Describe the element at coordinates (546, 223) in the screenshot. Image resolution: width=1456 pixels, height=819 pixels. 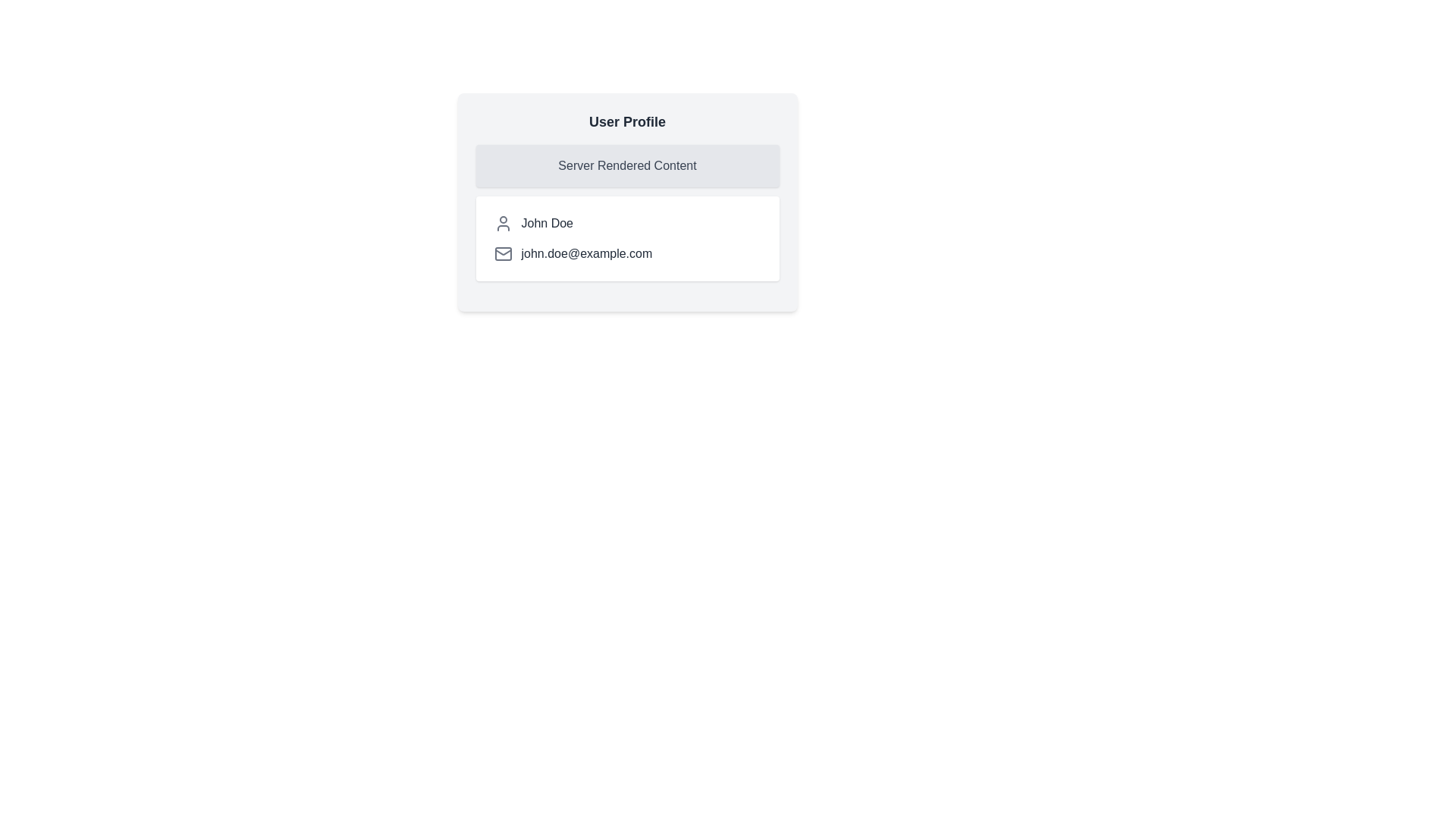
I see `the text display element showing the name 'John Doe', which is styled in dark gray sans-serif font and positioned to the right of a user icon` at that location.